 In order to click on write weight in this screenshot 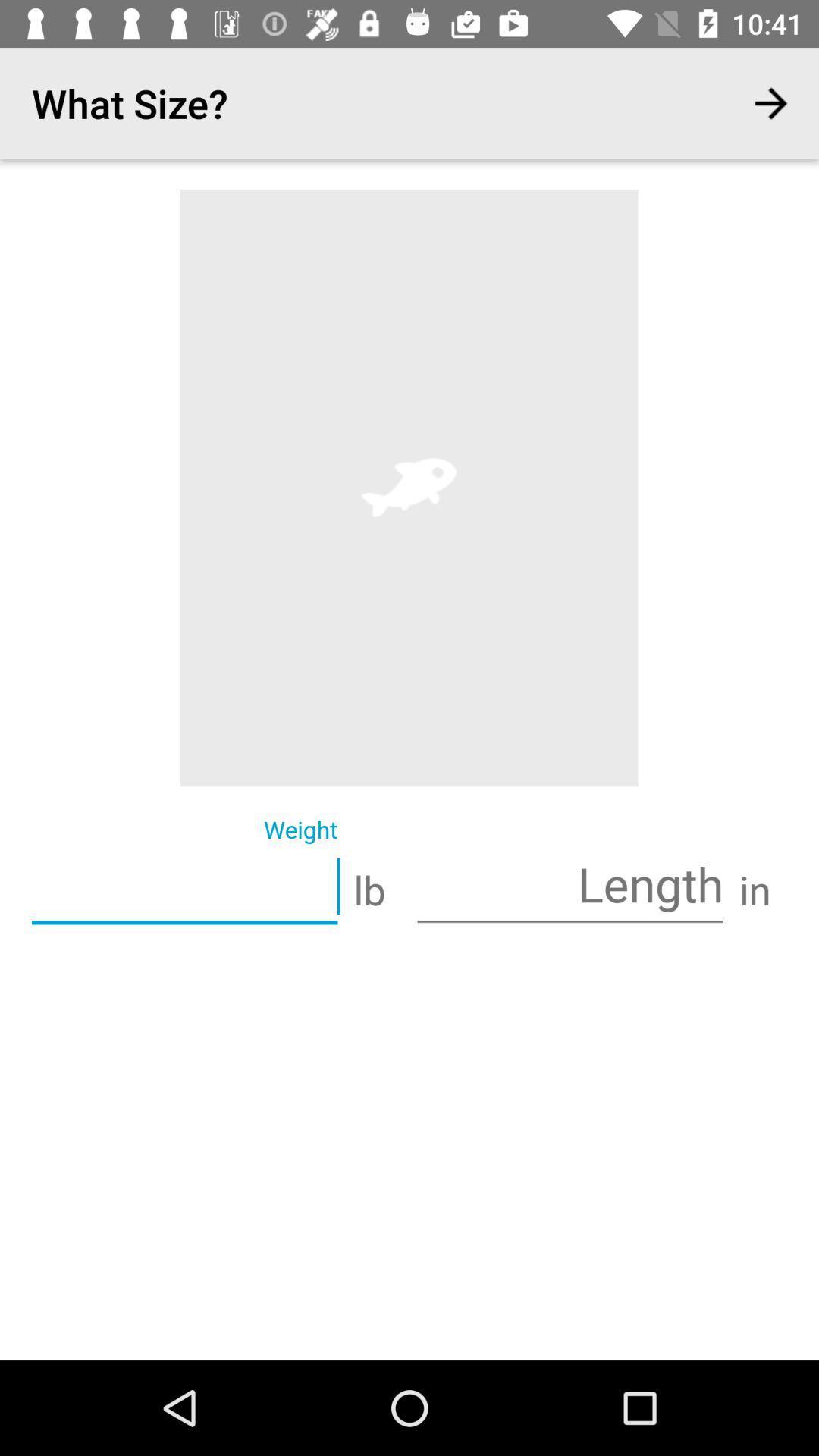, I will do `click(184, 888)`.